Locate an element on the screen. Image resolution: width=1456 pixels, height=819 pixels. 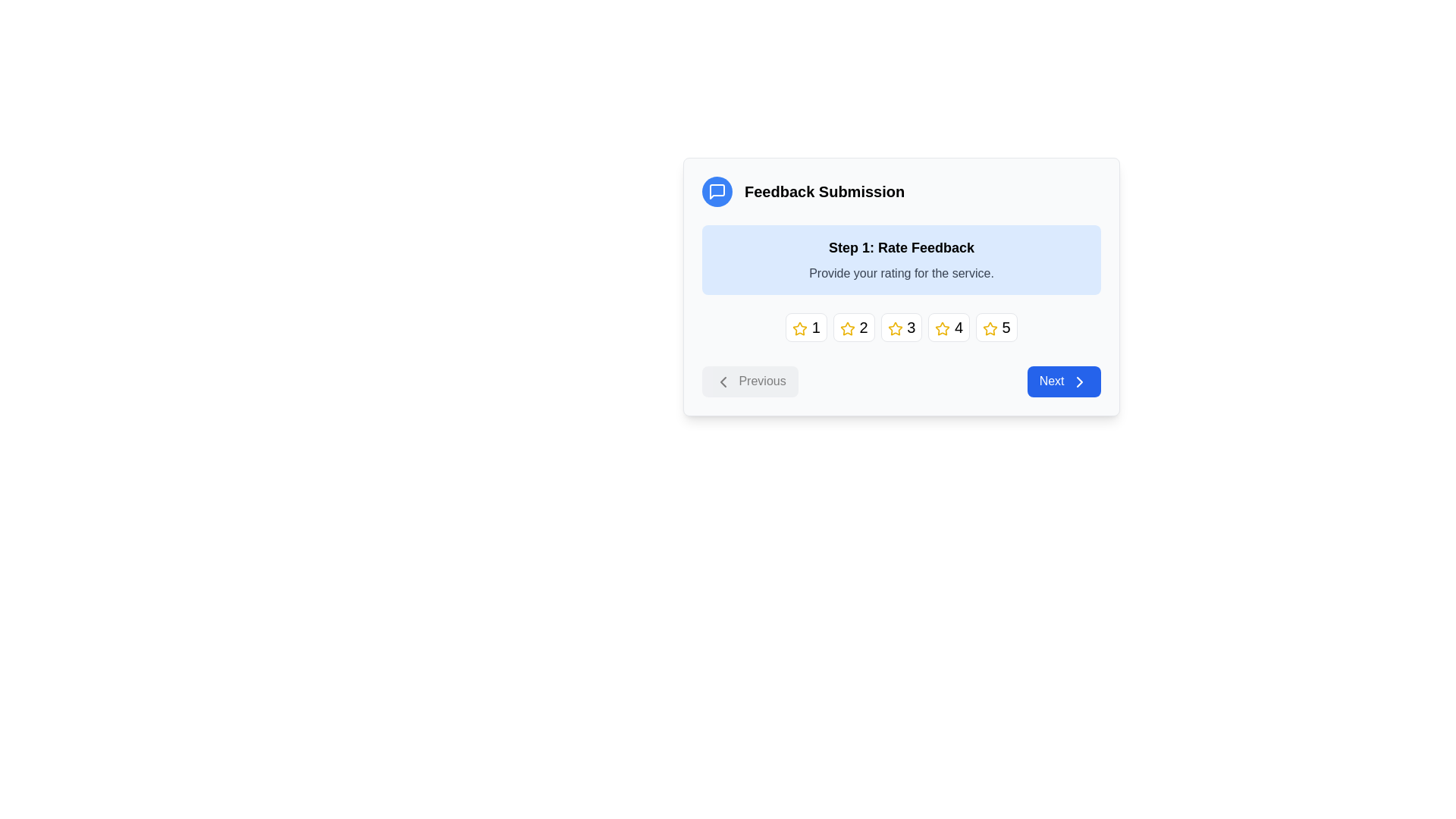
the rating button labeled '2' with a star icon is located at coordinates (854, 327).